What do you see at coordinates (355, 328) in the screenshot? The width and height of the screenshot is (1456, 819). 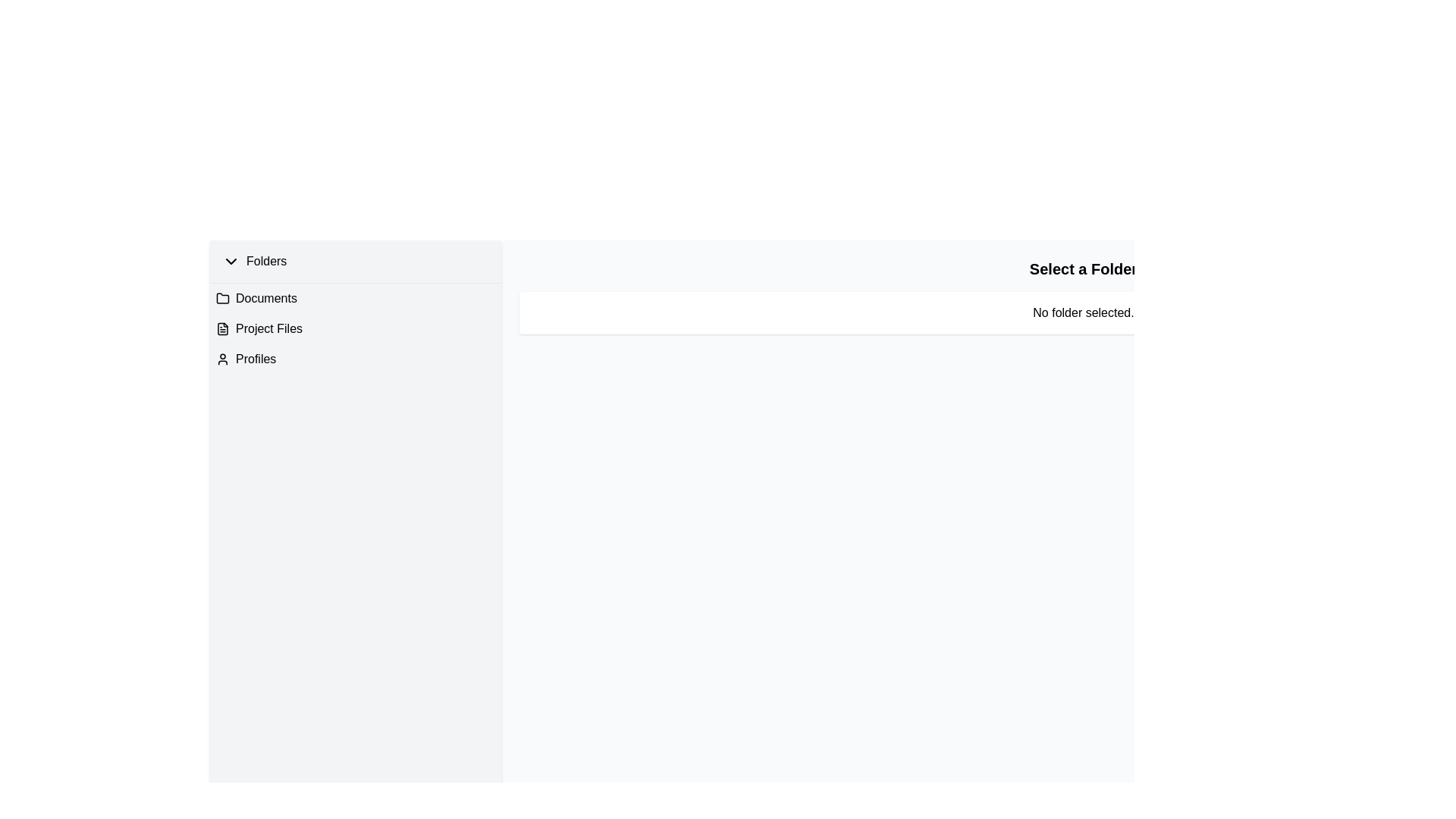 I see `the 'Project Files' list item, which is located below 'Documents' and above 'Profiles' in the left panel` at bounding box center [355, 328].